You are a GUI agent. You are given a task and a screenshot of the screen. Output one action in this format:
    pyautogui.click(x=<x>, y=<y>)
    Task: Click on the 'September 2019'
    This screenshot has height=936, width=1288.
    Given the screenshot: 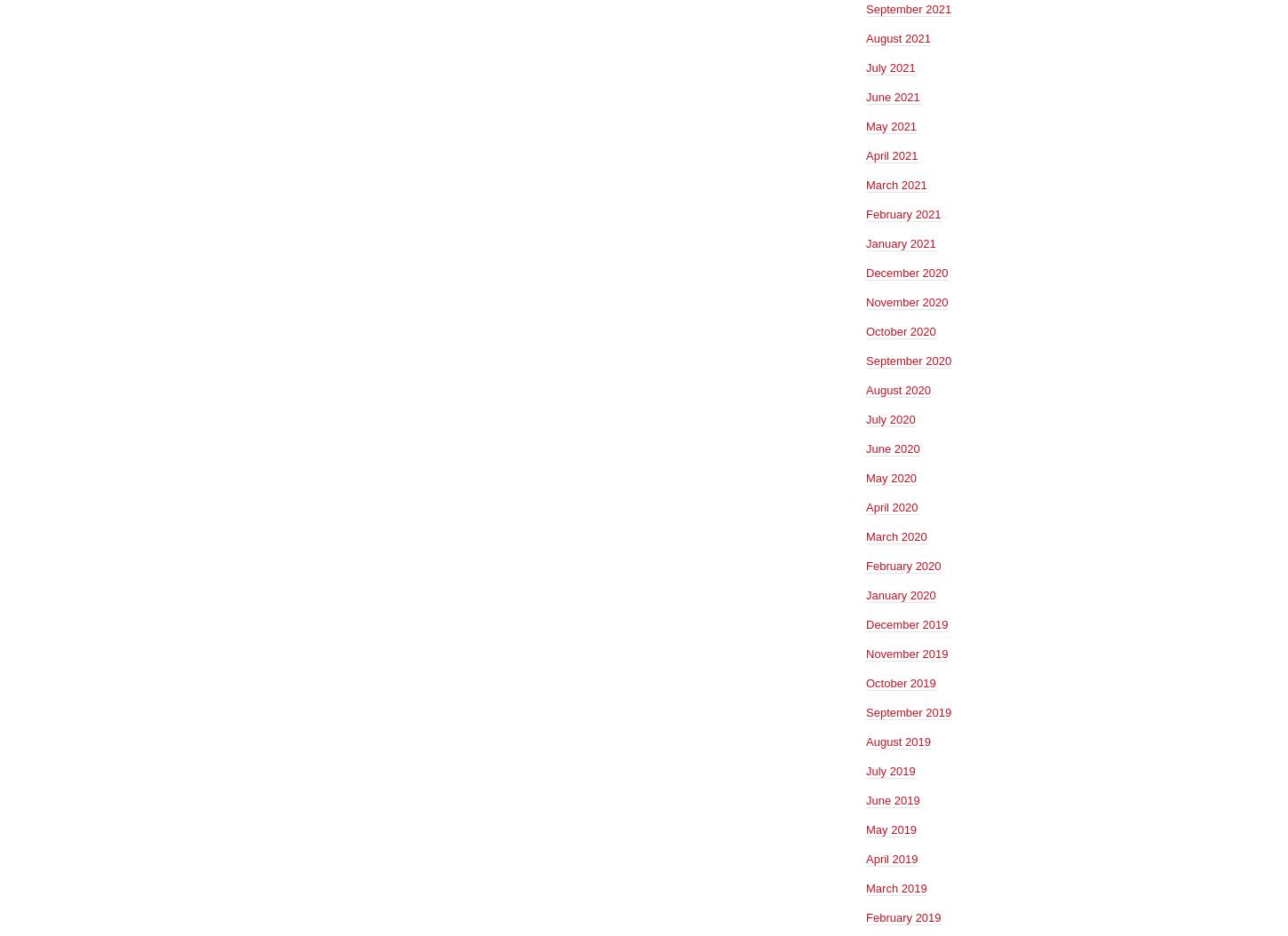 What is the action you would take?
    pyautogui.click(x=908, y=710)
    